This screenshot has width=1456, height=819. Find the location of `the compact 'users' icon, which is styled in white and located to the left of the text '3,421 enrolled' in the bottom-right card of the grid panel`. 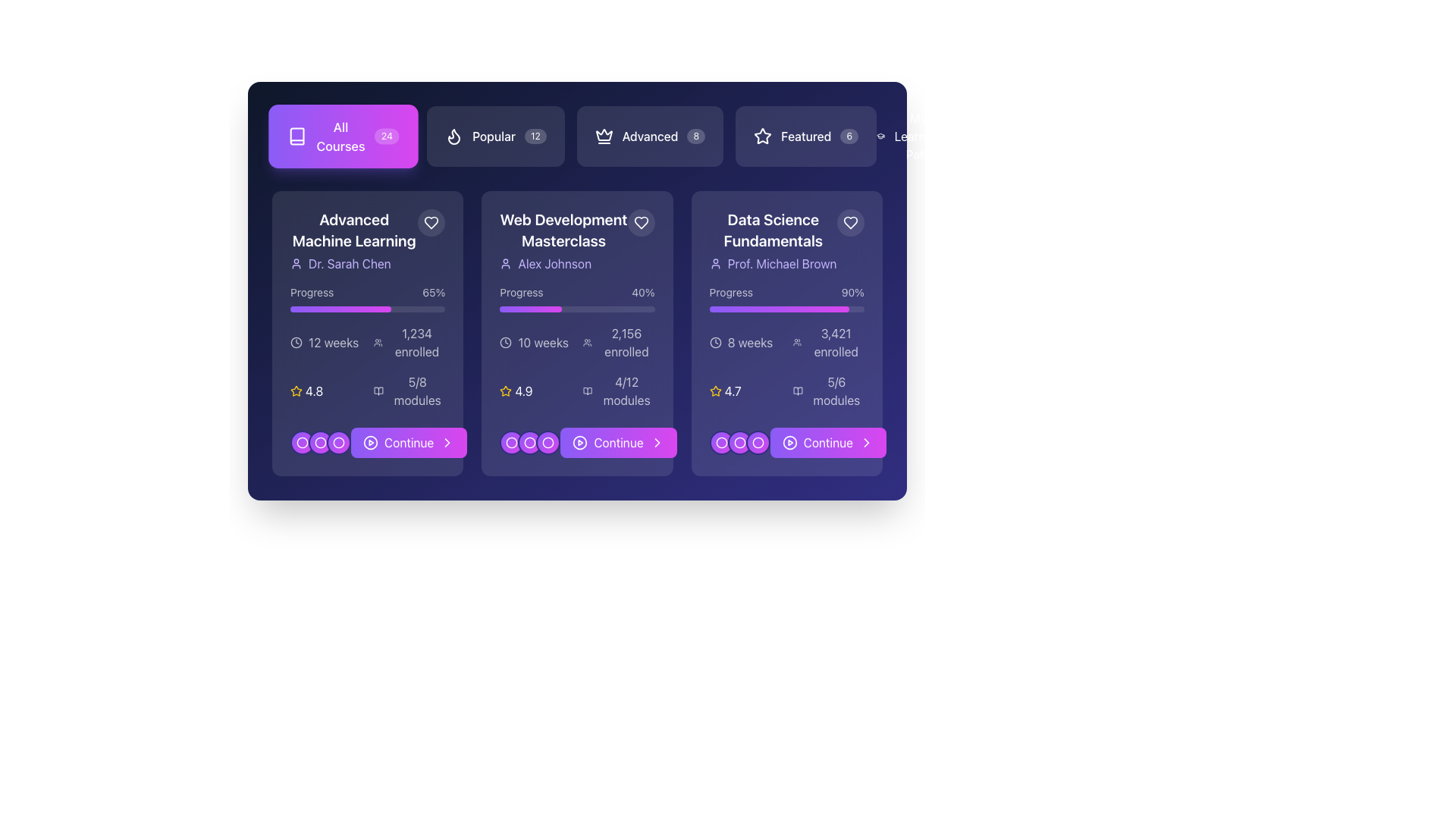

the compact 'users' icon, which is styled in white and located to the left of the text '3,421 enrolled' in the bottom-right card of the grid panel is located at coordinates (796, 342).